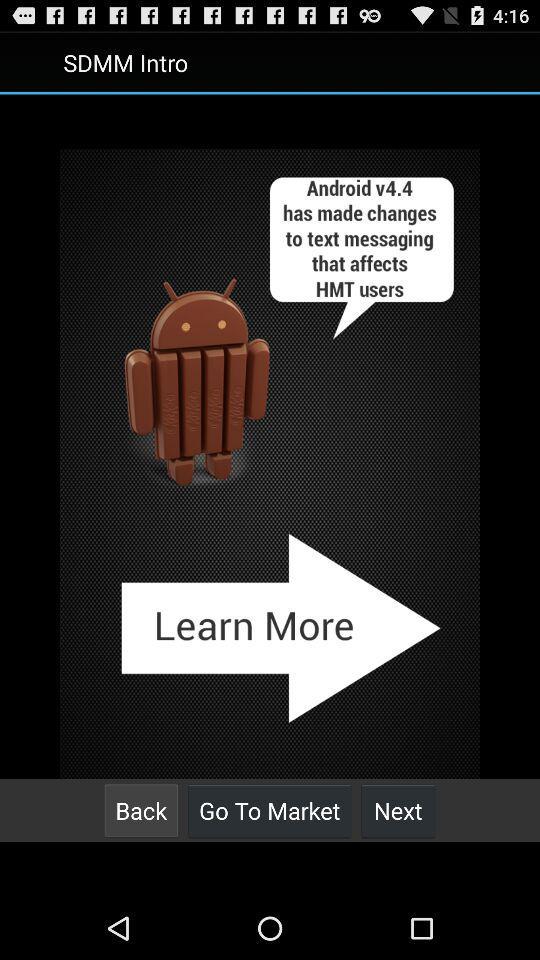 Image resolution: width=540 pixels, height=960 pixels. What do you see at coordinates (398, 810) in the screenshot?
I see `the button to the right of go to market icon` at bounding box center [398, 810].